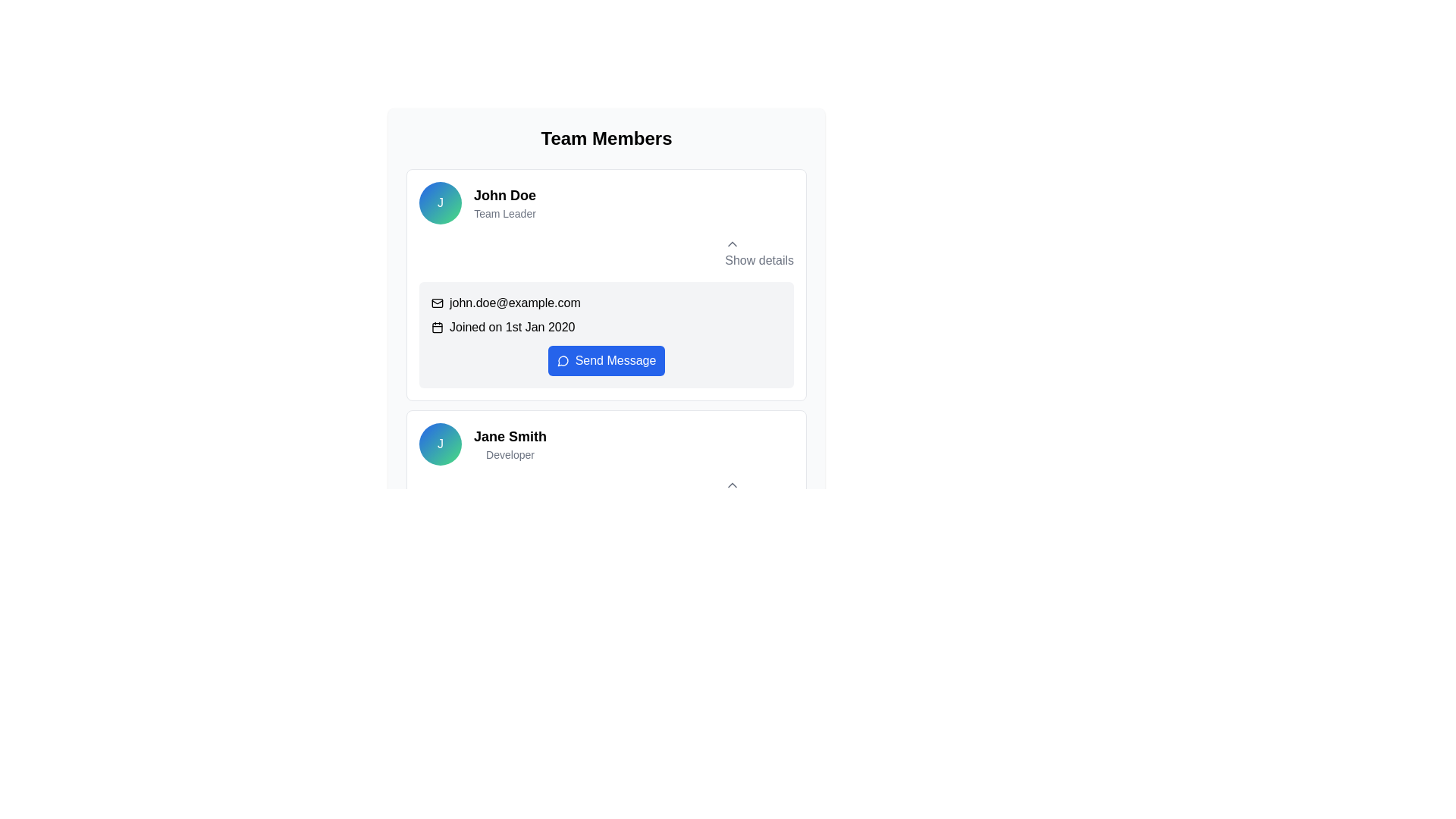 The height and width of the screenshot is (819, 1456). I want to click on the Profile Summary Block for 'Jane Smith', which includes her avatar and professional title, located in the second card of the 'Team Members' section, so click(607, 444).